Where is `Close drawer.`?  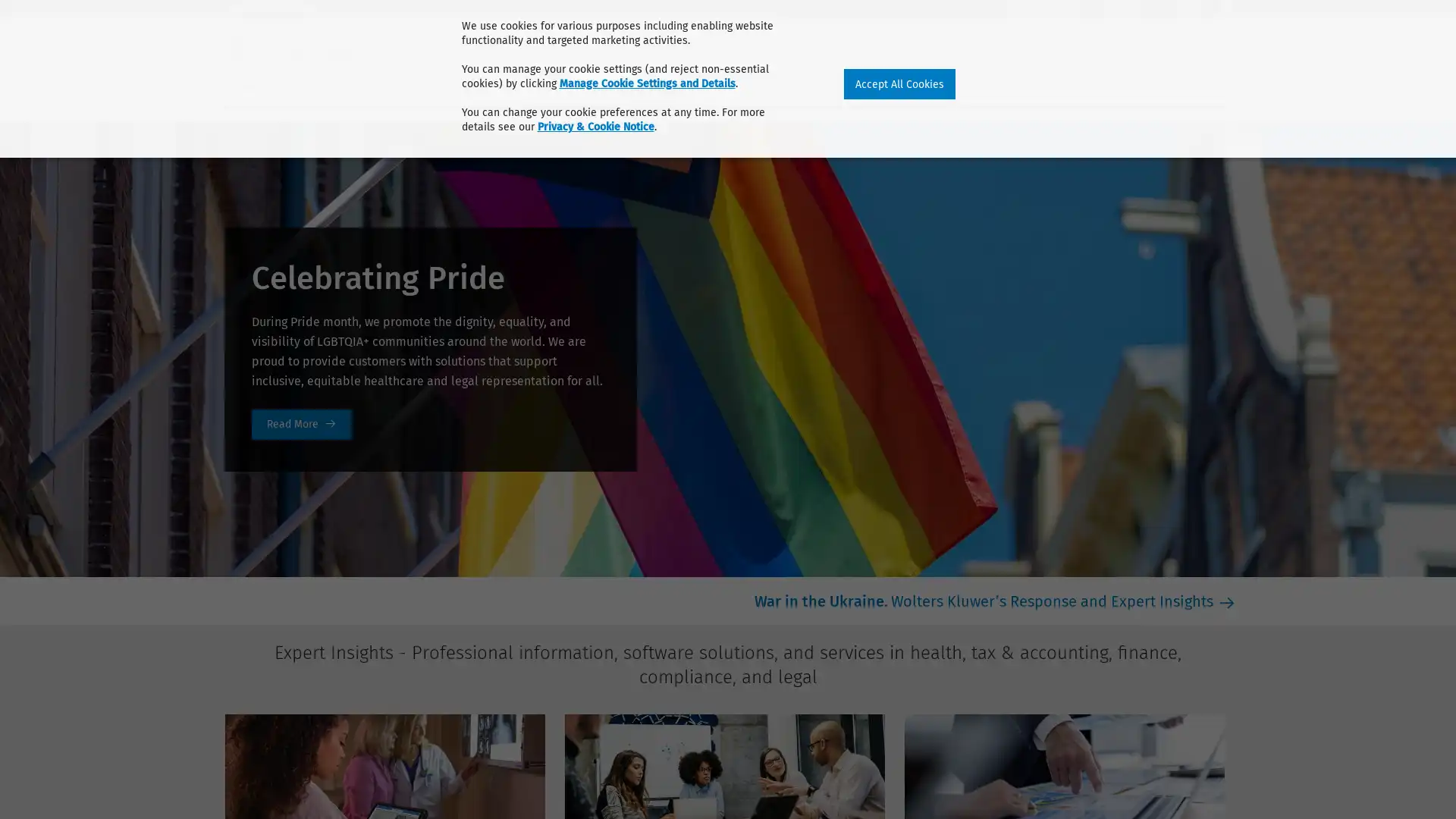 Close drawer. is located at coordinates (1225, 45).